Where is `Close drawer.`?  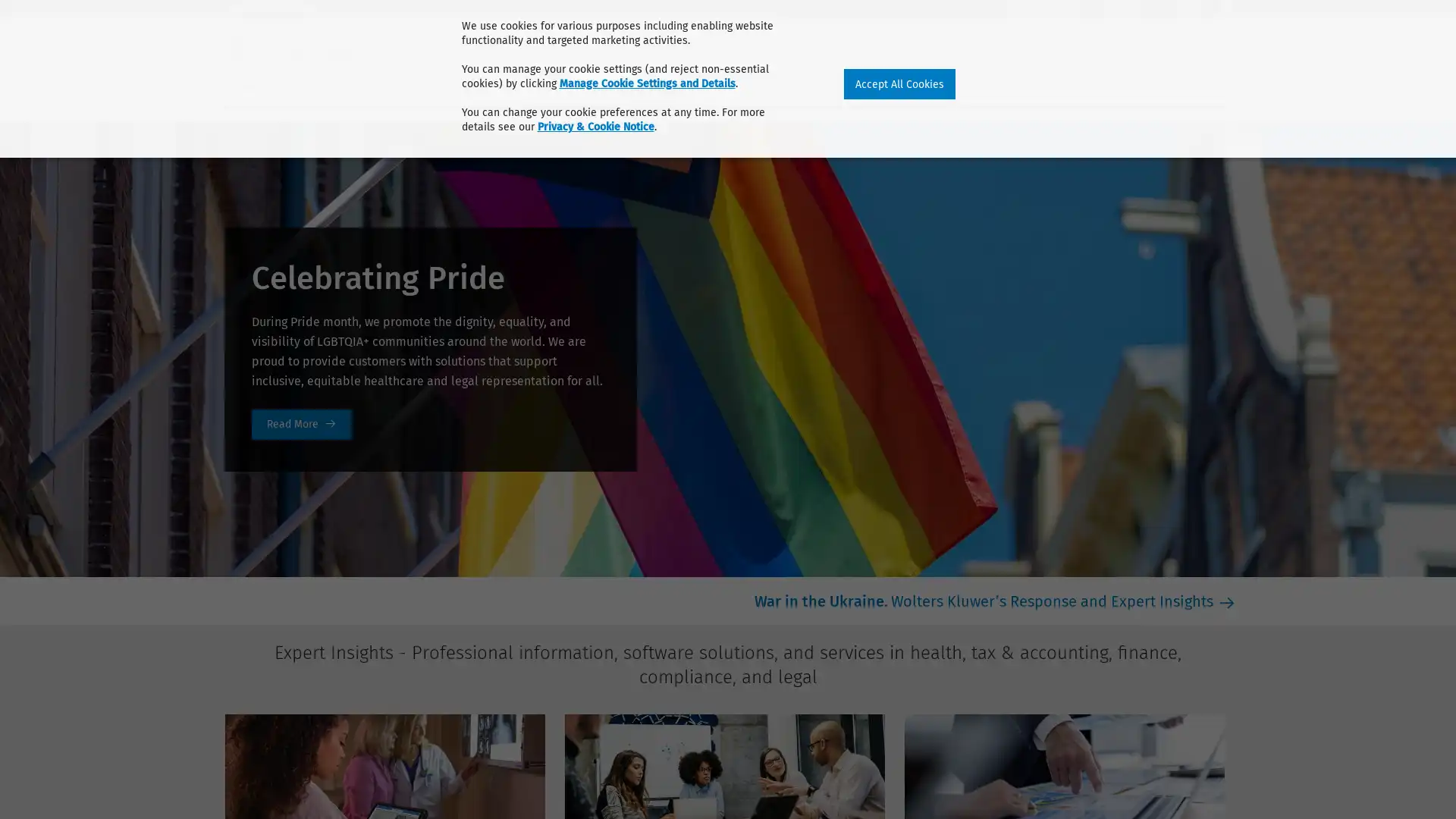 Close drawer. is located at coordinates (1225, 45).